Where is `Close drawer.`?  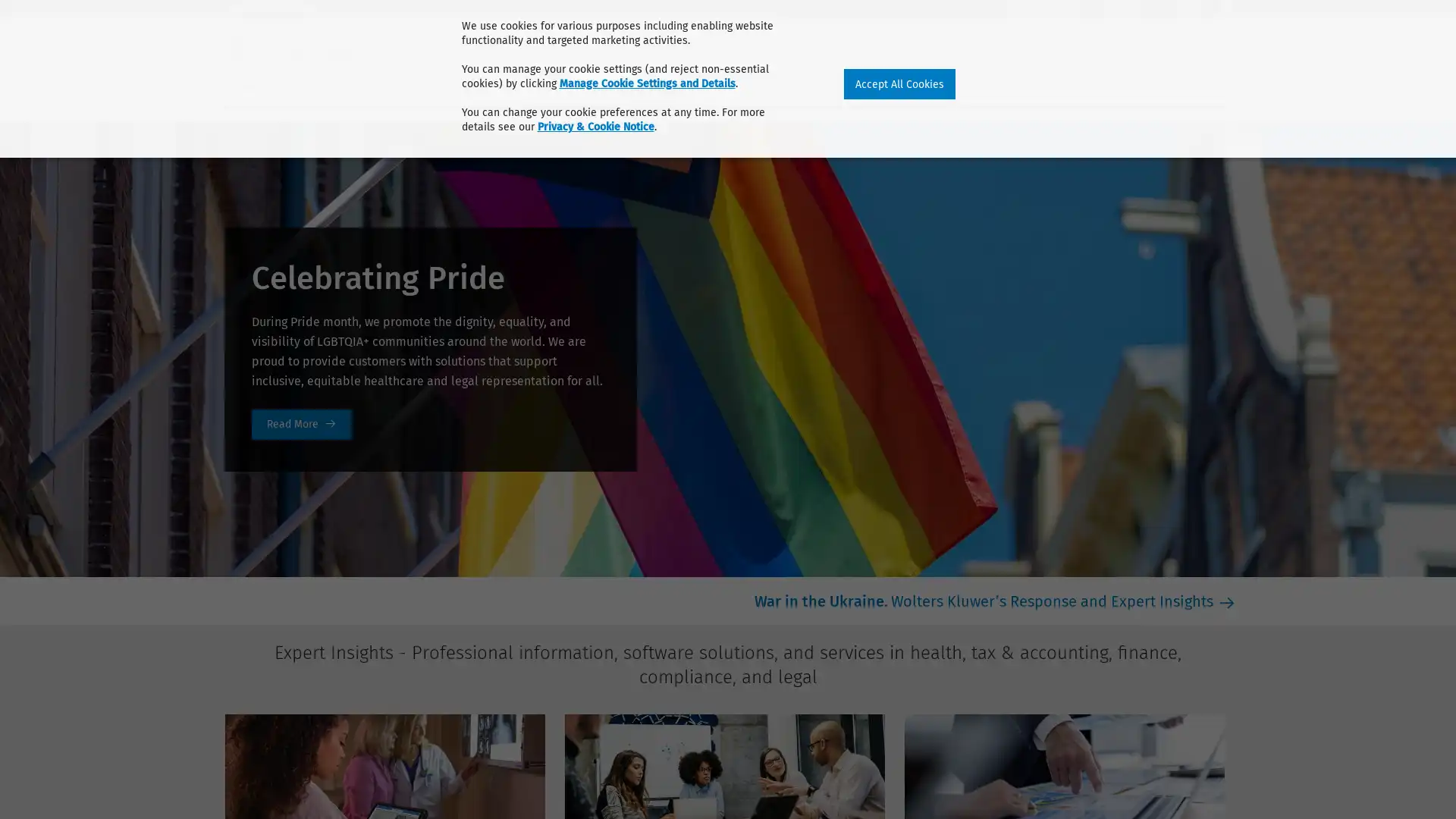 Close drawer. is located at coordinates (1225, 45).